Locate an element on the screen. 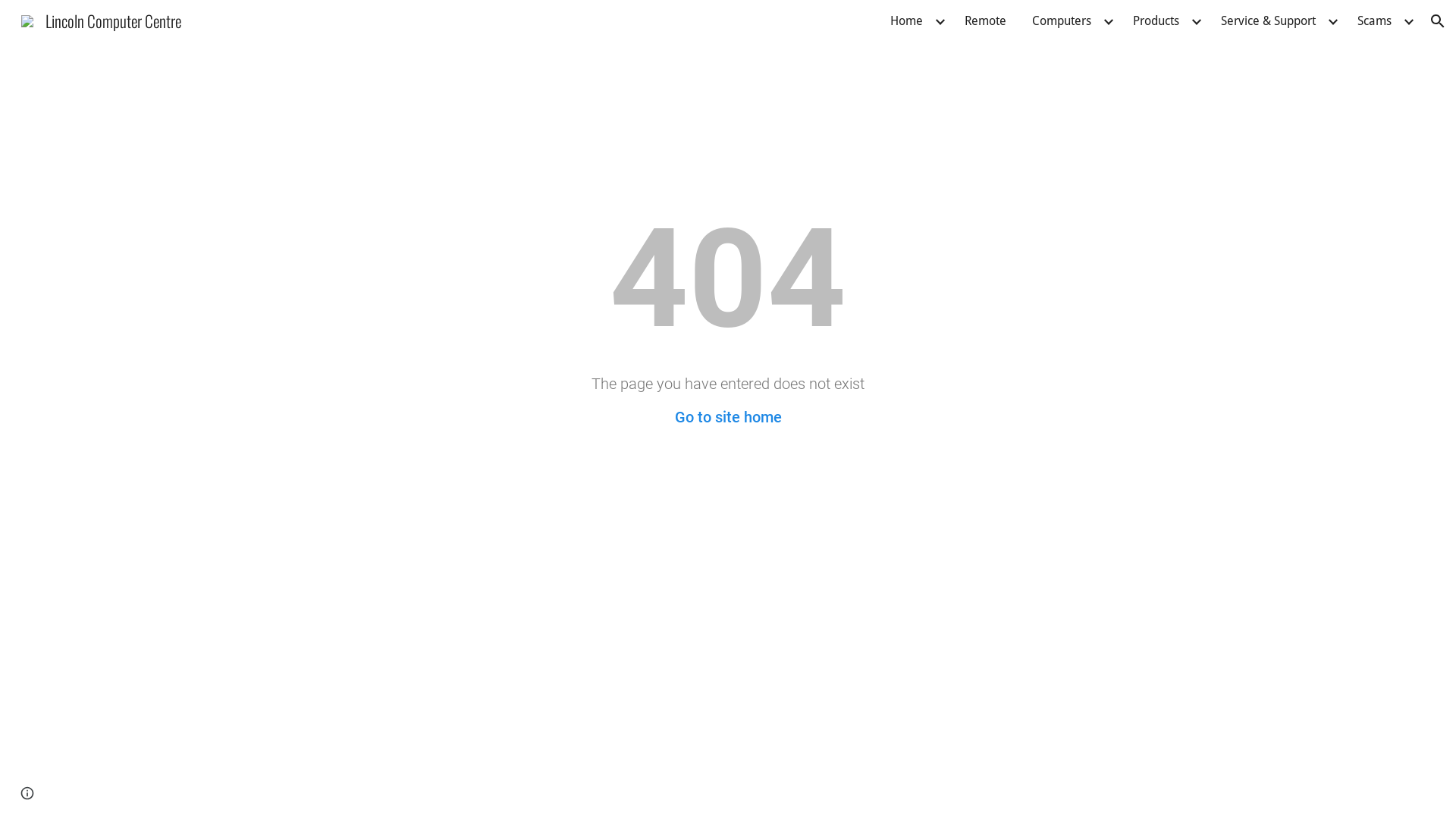 This screenshot has width=1456, height=819. 'Go to site home' is located at coordinates (728, 417).